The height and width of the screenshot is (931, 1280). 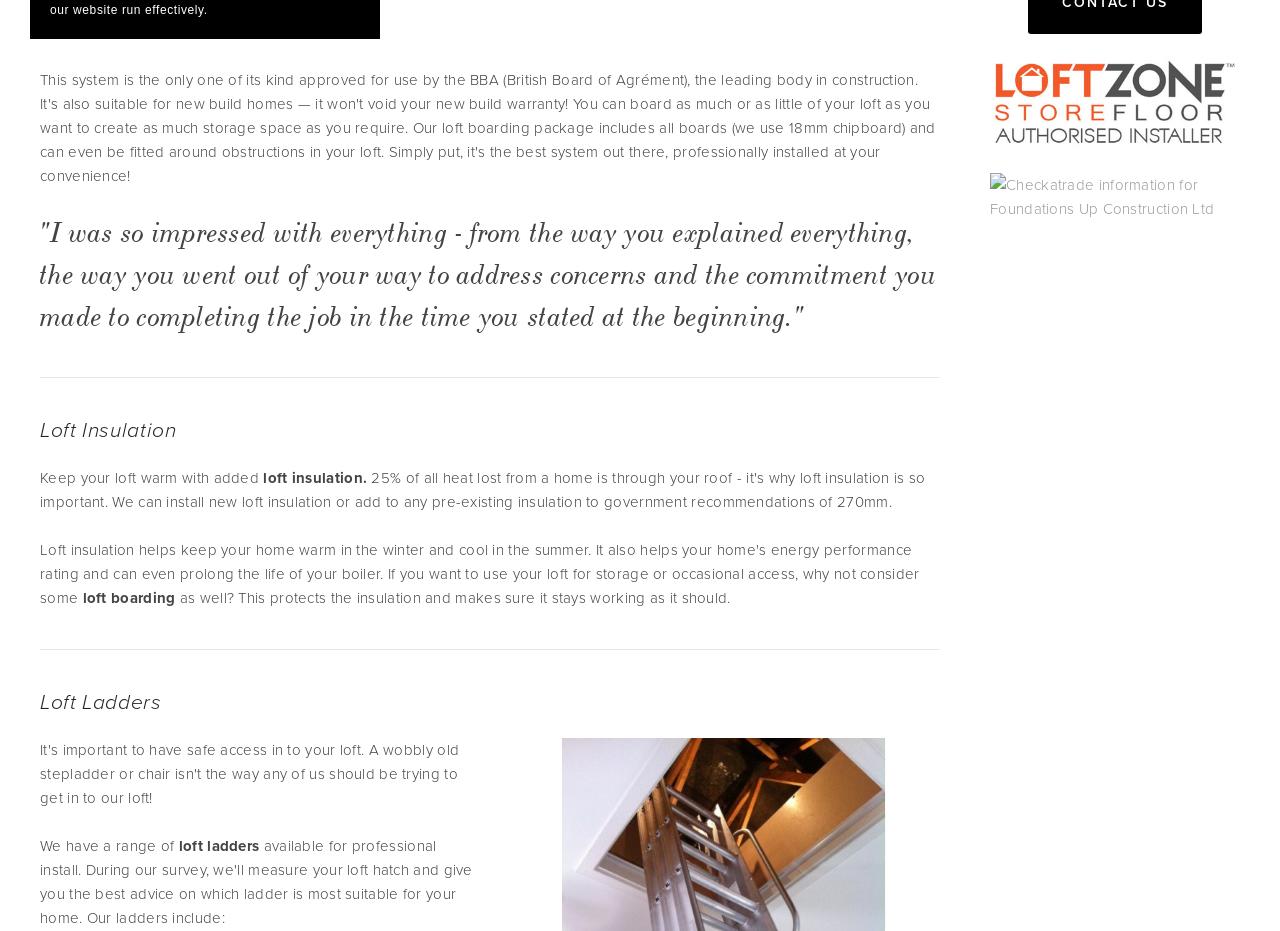 I want to click on 'available for professional install. During our survey, we'll measure your loft hatch and give you the best advice on which ladder is most suitable for your home. Our ladders include:', so click(x=255, y=882).